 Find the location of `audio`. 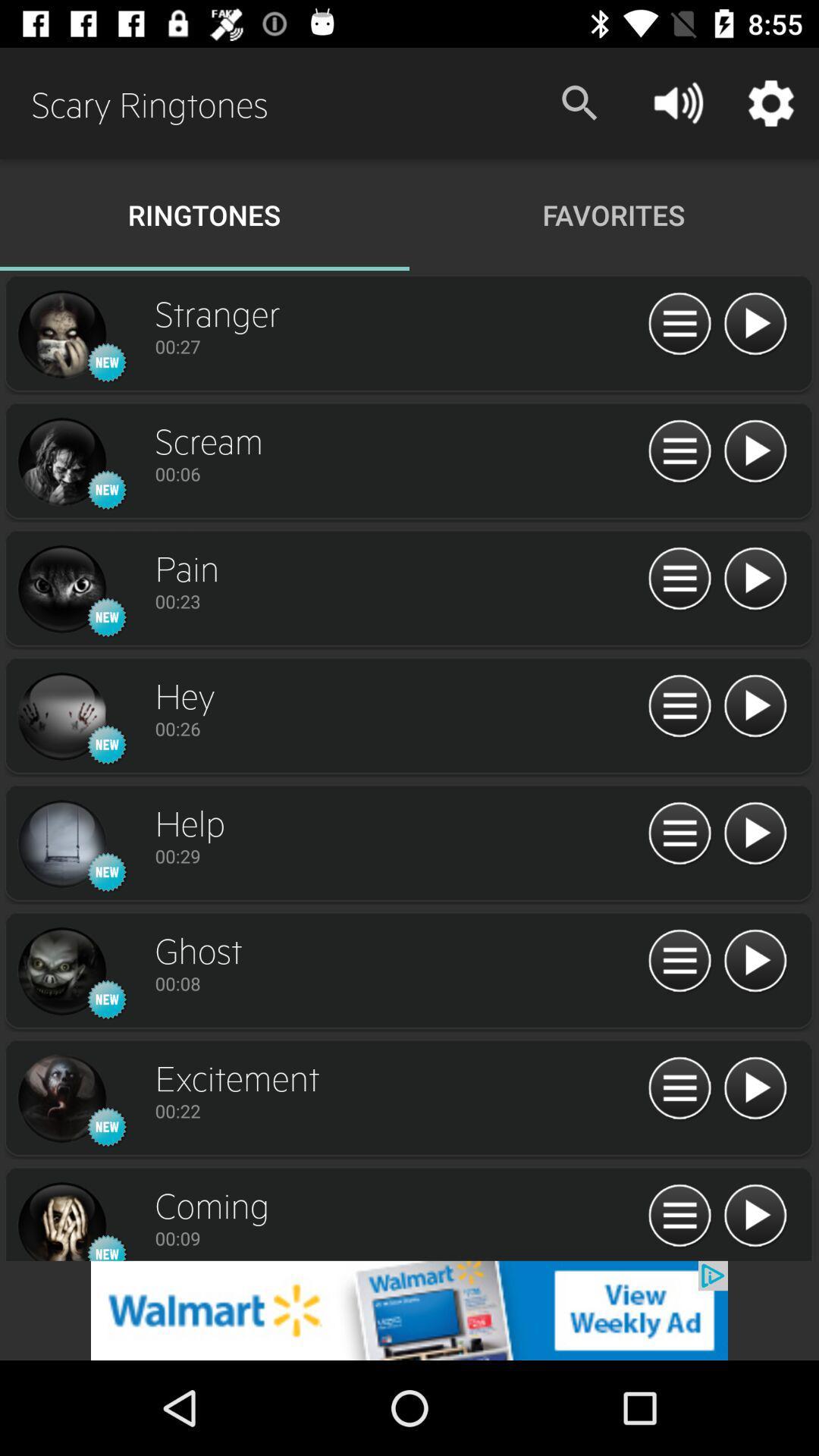

audio is located at coordinates (755, 833).